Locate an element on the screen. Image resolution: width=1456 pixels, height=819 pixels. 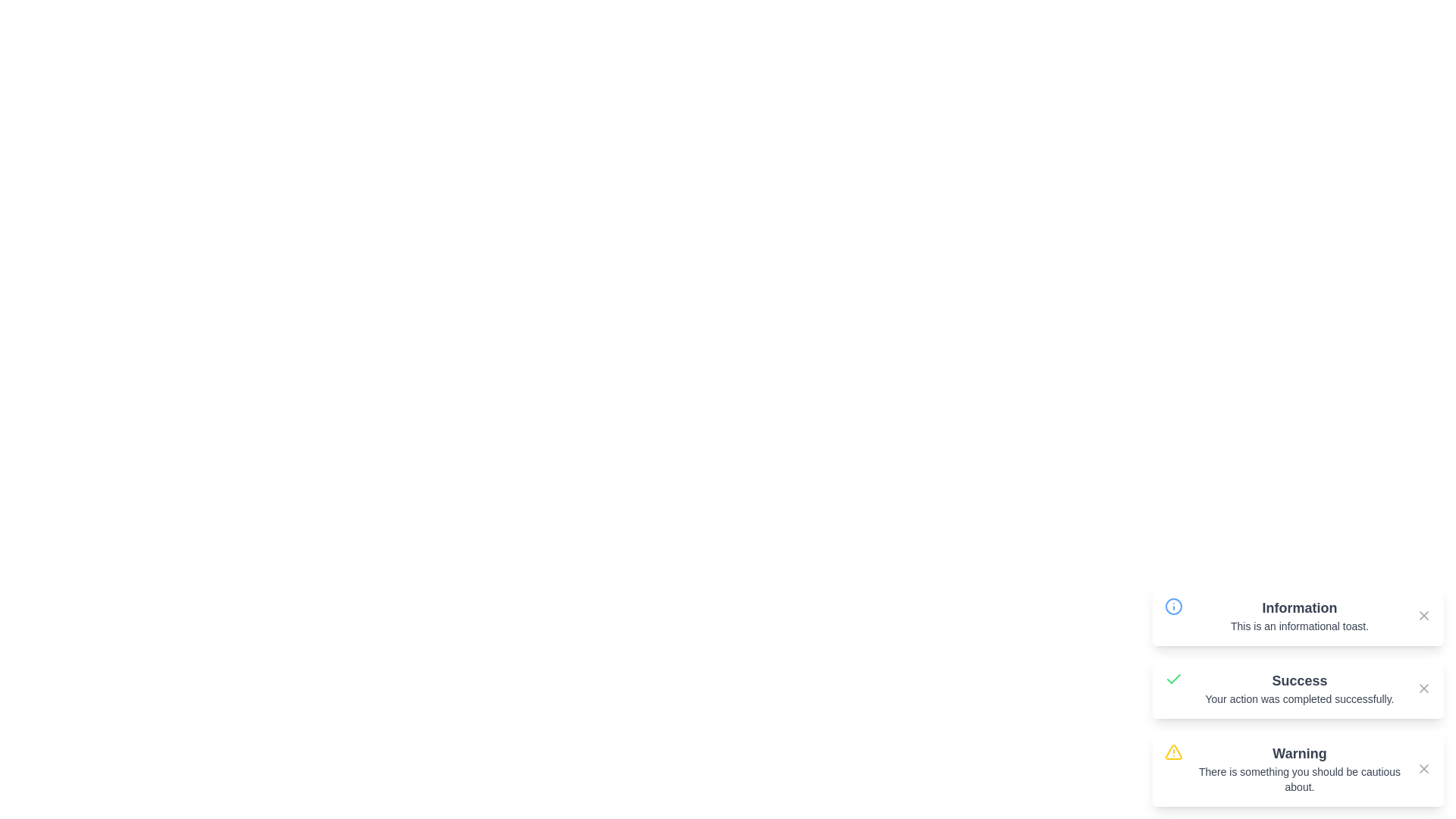
the Close button located in the top-right corner of the 'Information' toast notification is located at coordinates (1423, 616).